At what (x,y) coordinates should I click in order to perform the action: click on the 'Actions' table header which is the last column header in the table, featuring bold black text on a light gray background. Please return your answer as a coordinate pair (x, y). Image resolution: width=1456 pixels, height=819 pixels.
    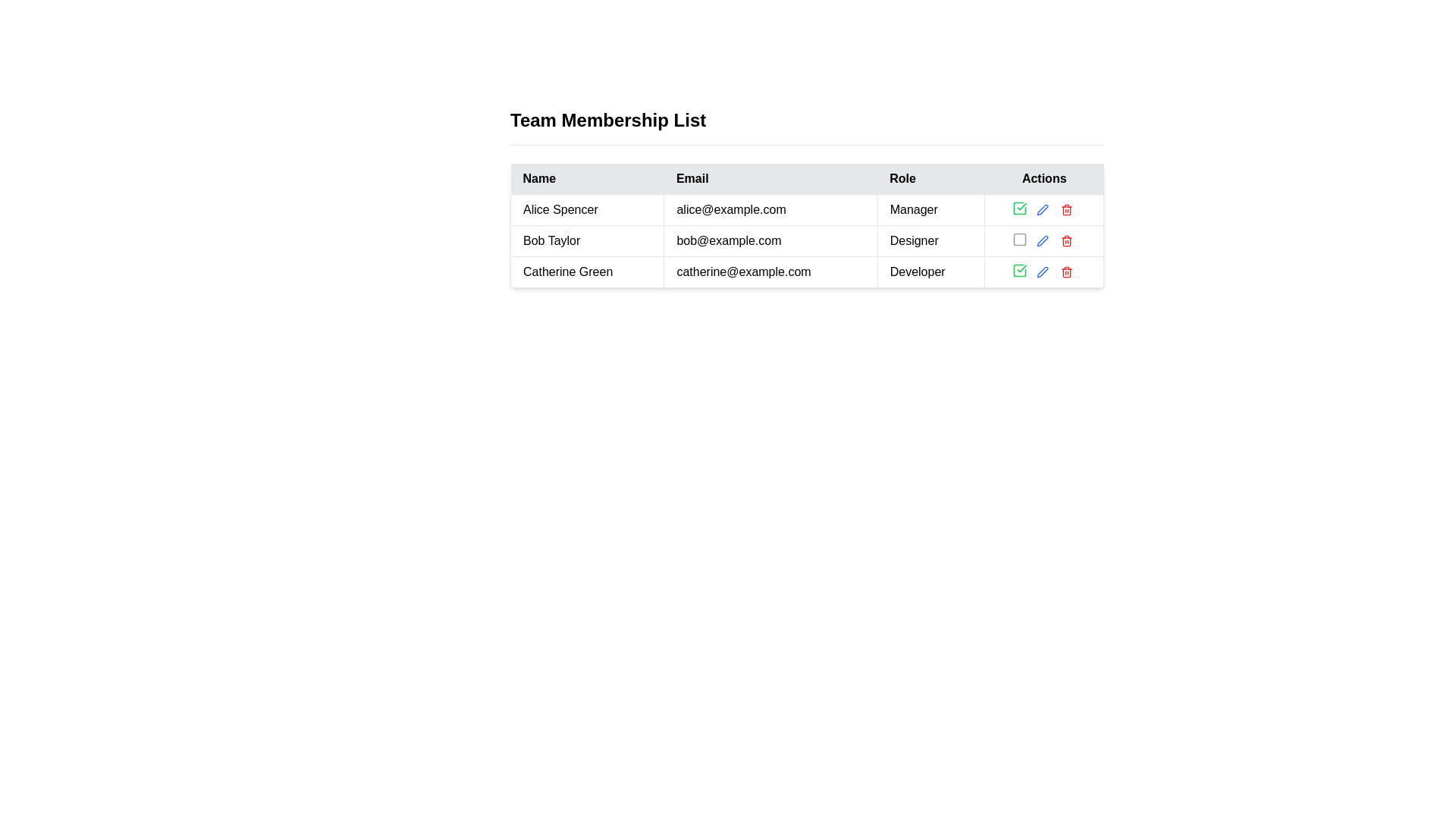
    Looking at the image, I should click on (1043, 178).